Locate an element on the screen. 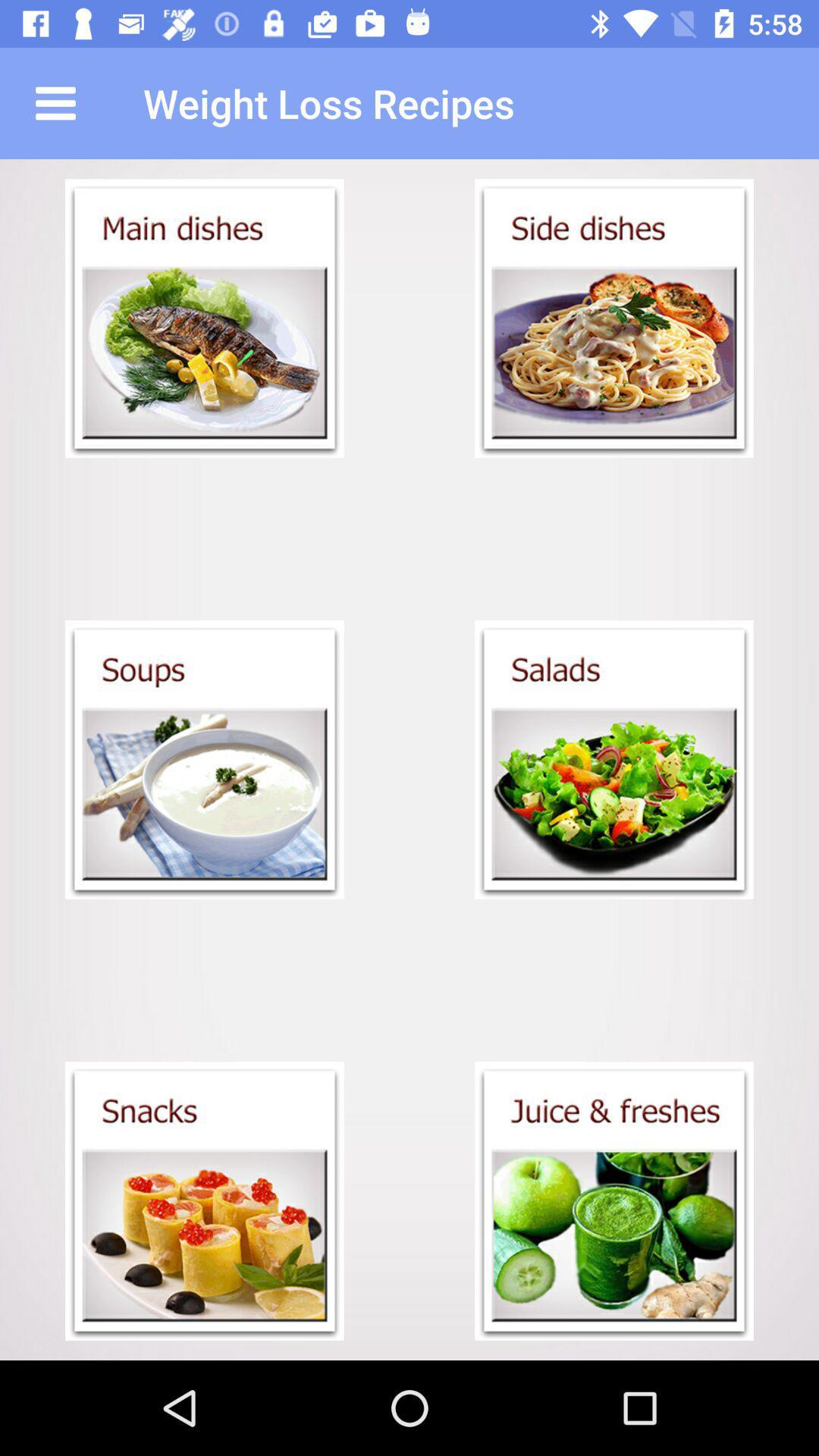  see soup recipes is located at coordinates (205, 760).